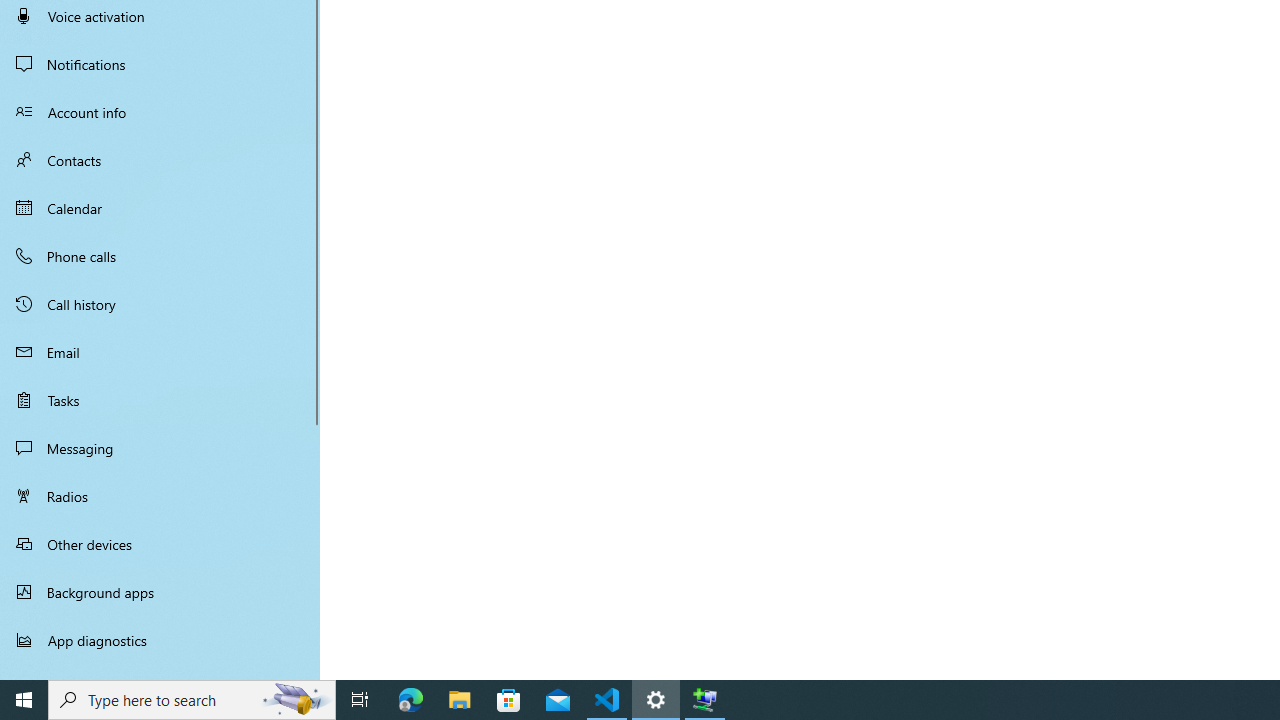  I want to click on 'Background apps', so click(160, 591).